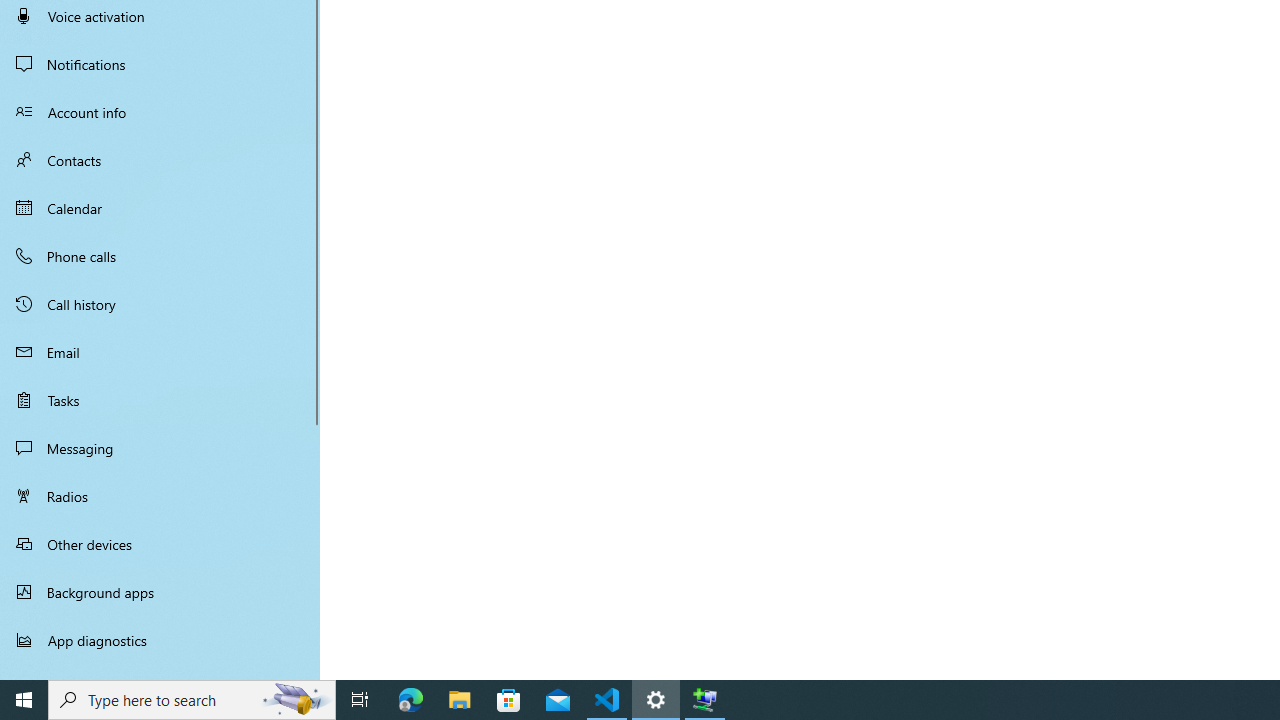  I want to click on 'Background apps', so click(160, 591).